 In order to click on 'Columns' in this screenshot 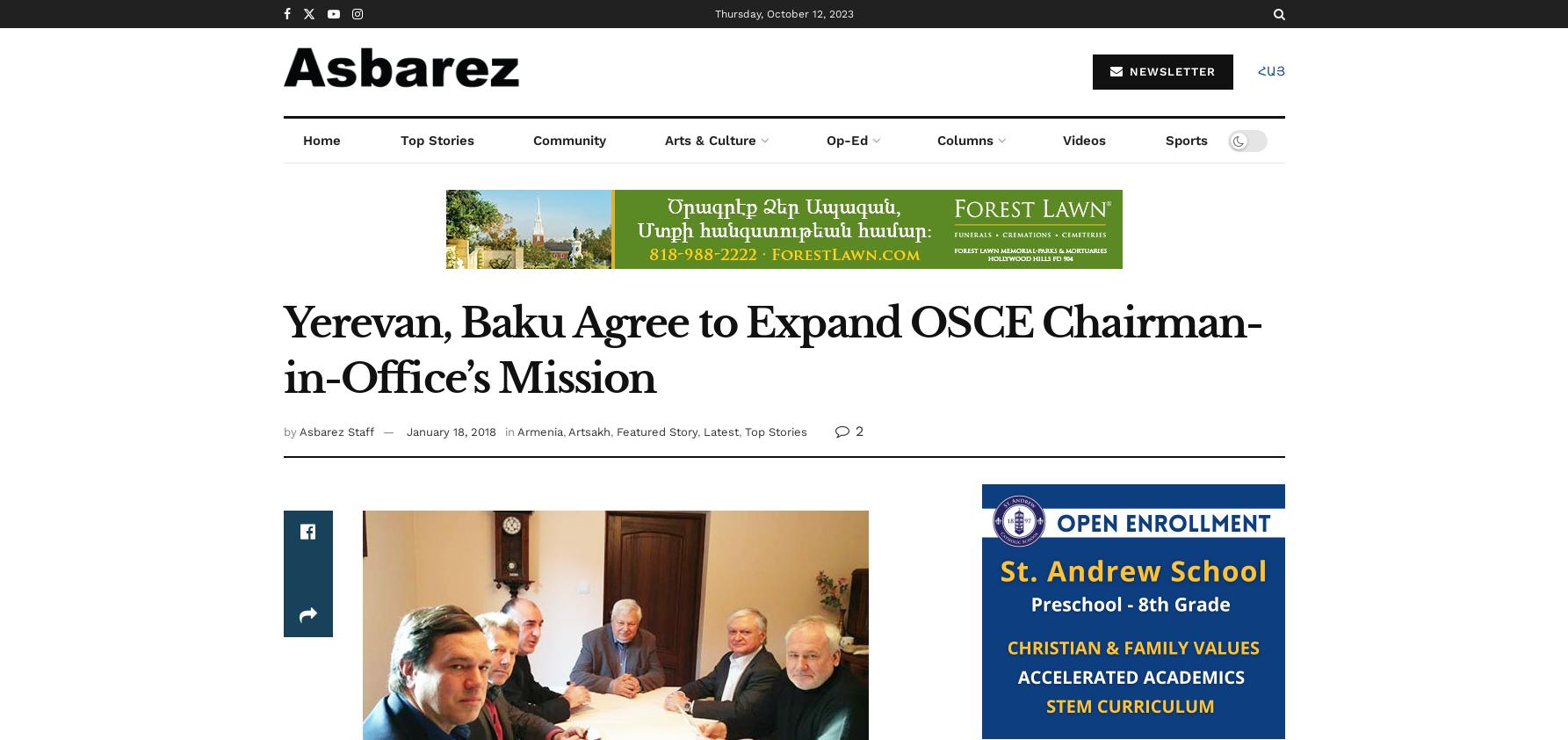, I will do `click(965, 139)`.